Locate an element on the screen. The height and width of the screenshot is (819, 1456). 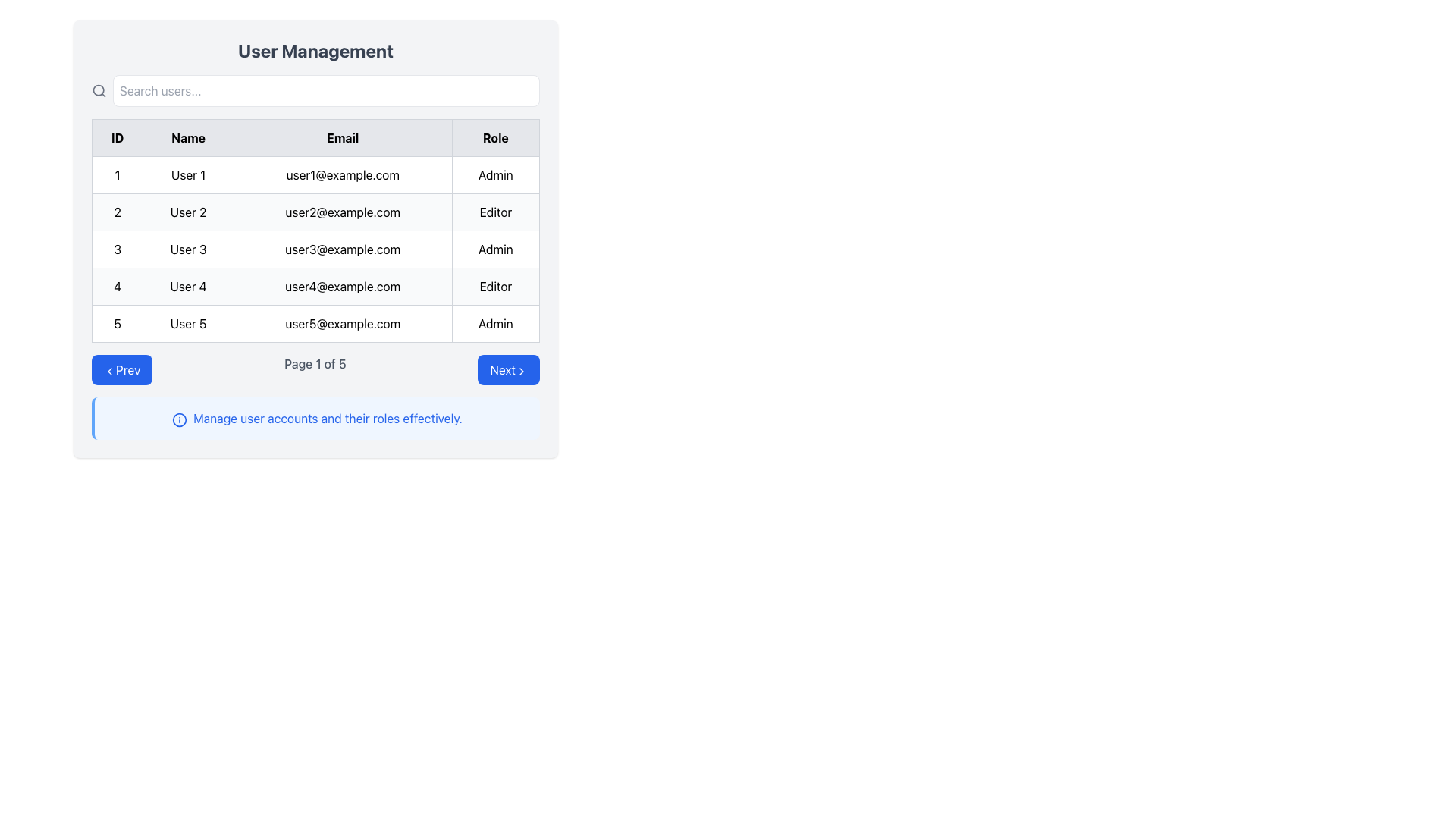
the 'Next' button by clicking on the chevron-shaped icon located towards the bottom-right corner of the display is located at coordinates (521, 371).